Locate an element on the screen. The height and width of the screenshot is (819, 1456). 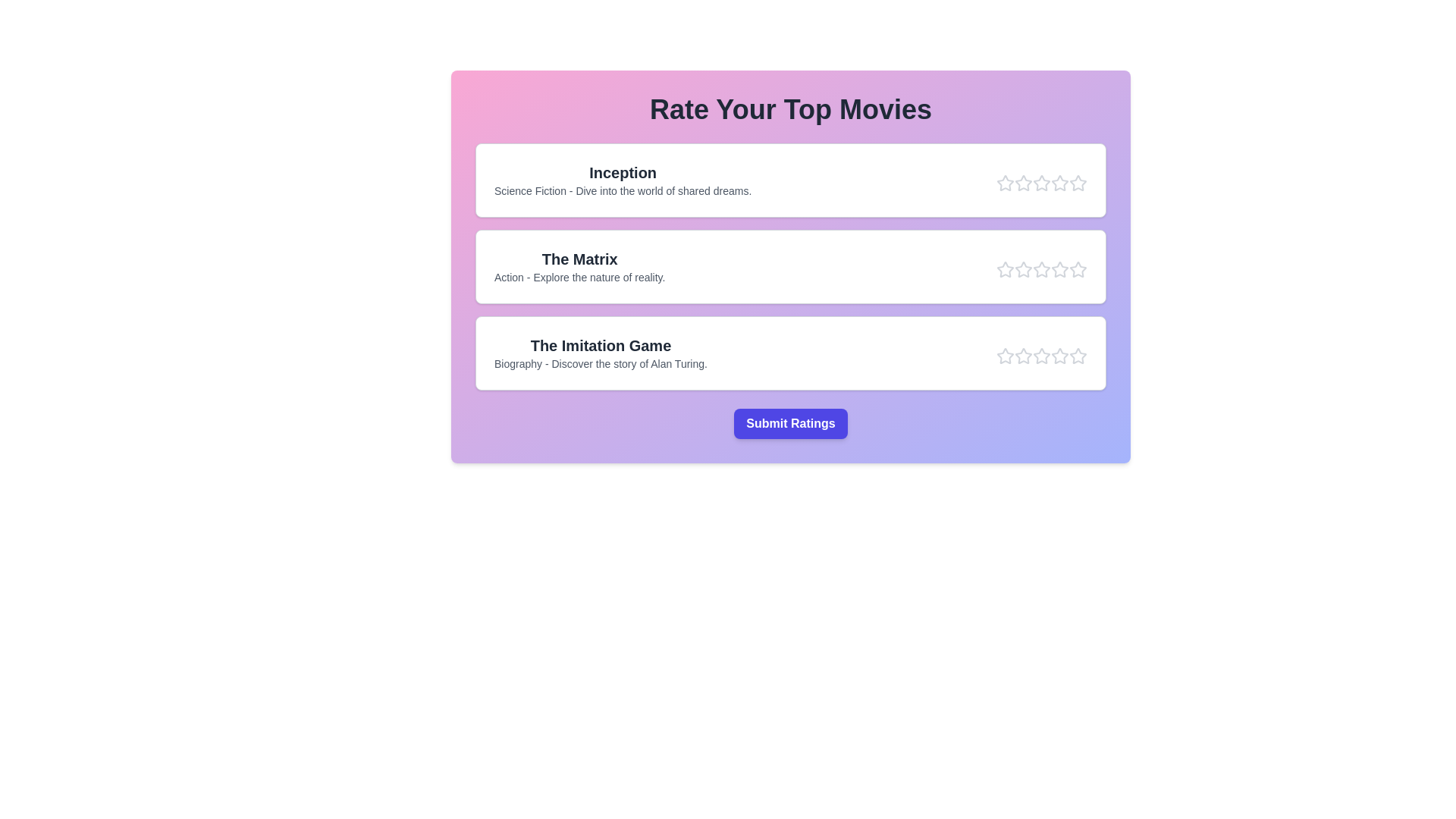
the movie title or description of The Imitation Game is located at coordinates (600, 345).